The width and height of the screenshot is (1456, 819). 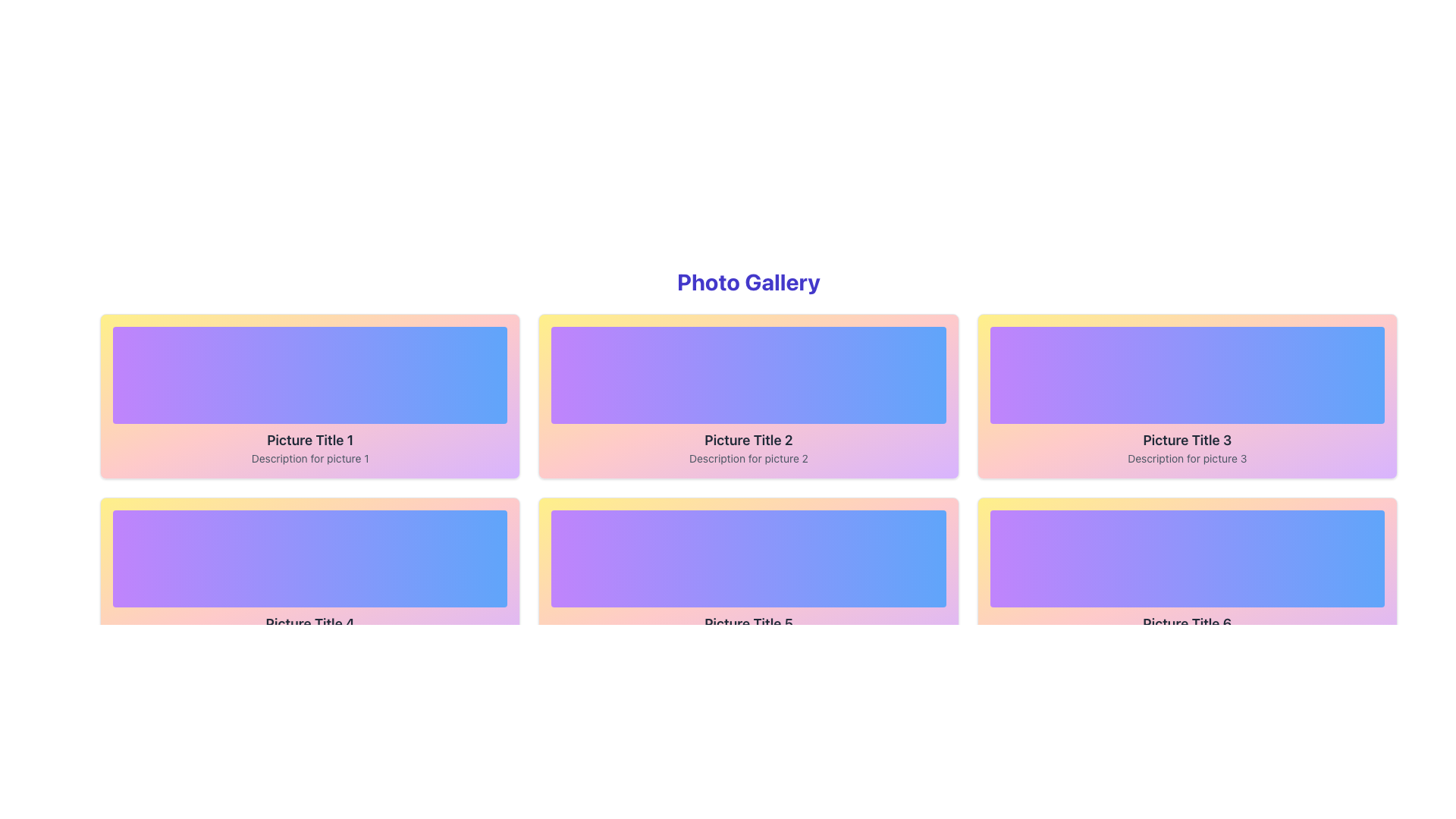 What do you see at coordinates (748, 558) in the screenshot?
I see `the decorative background area or image placeholder located in the middle row, second from the left in a three-column grid layout, which serves as a backdrop for an image above 'Picture Title 5' and 'Description for picture 5'` at bounding box center [748, 558].